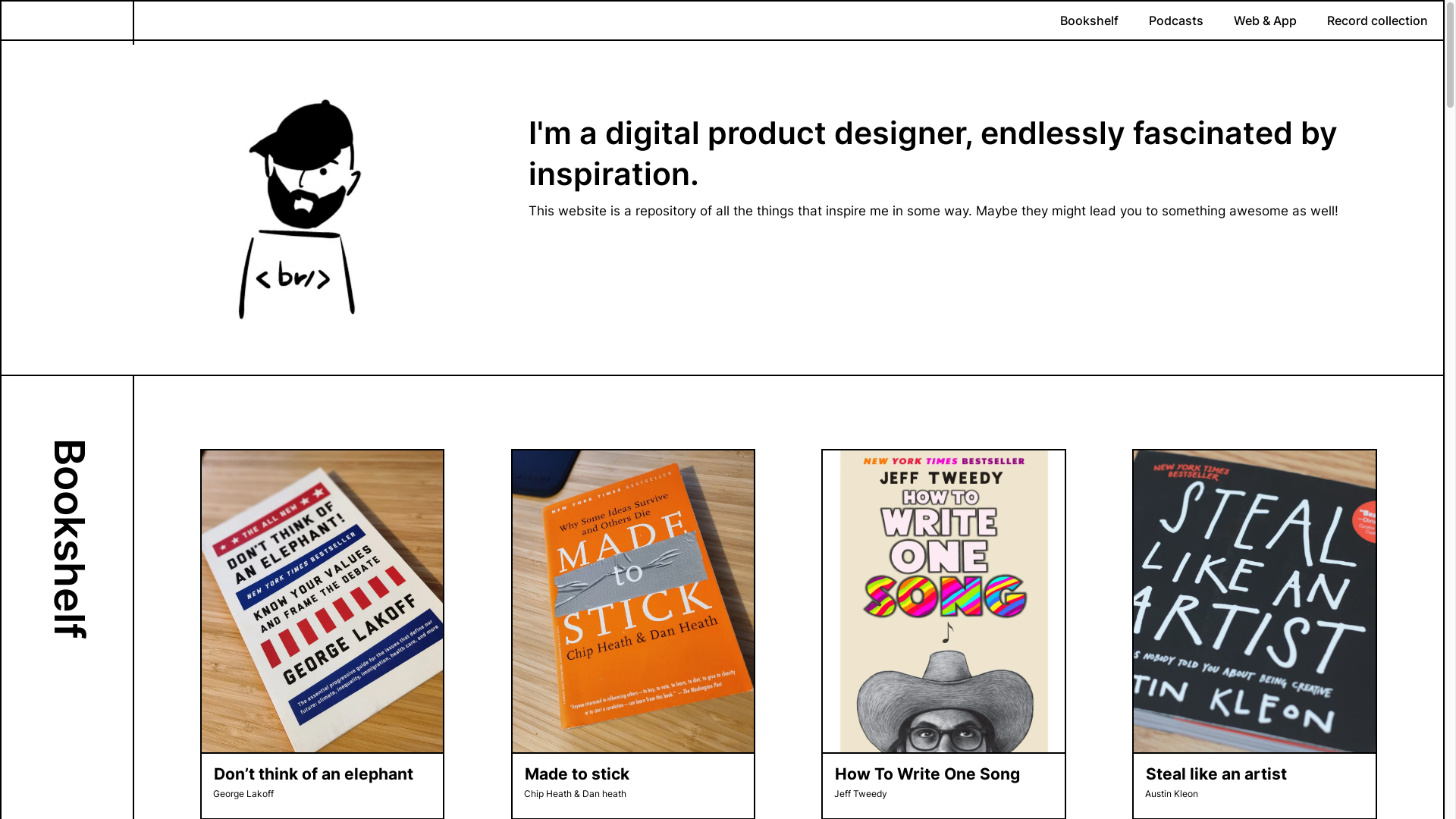  Describe the element at coordinates (1175, 20) in the screenshot. I see `'Podcasts'` at that location.